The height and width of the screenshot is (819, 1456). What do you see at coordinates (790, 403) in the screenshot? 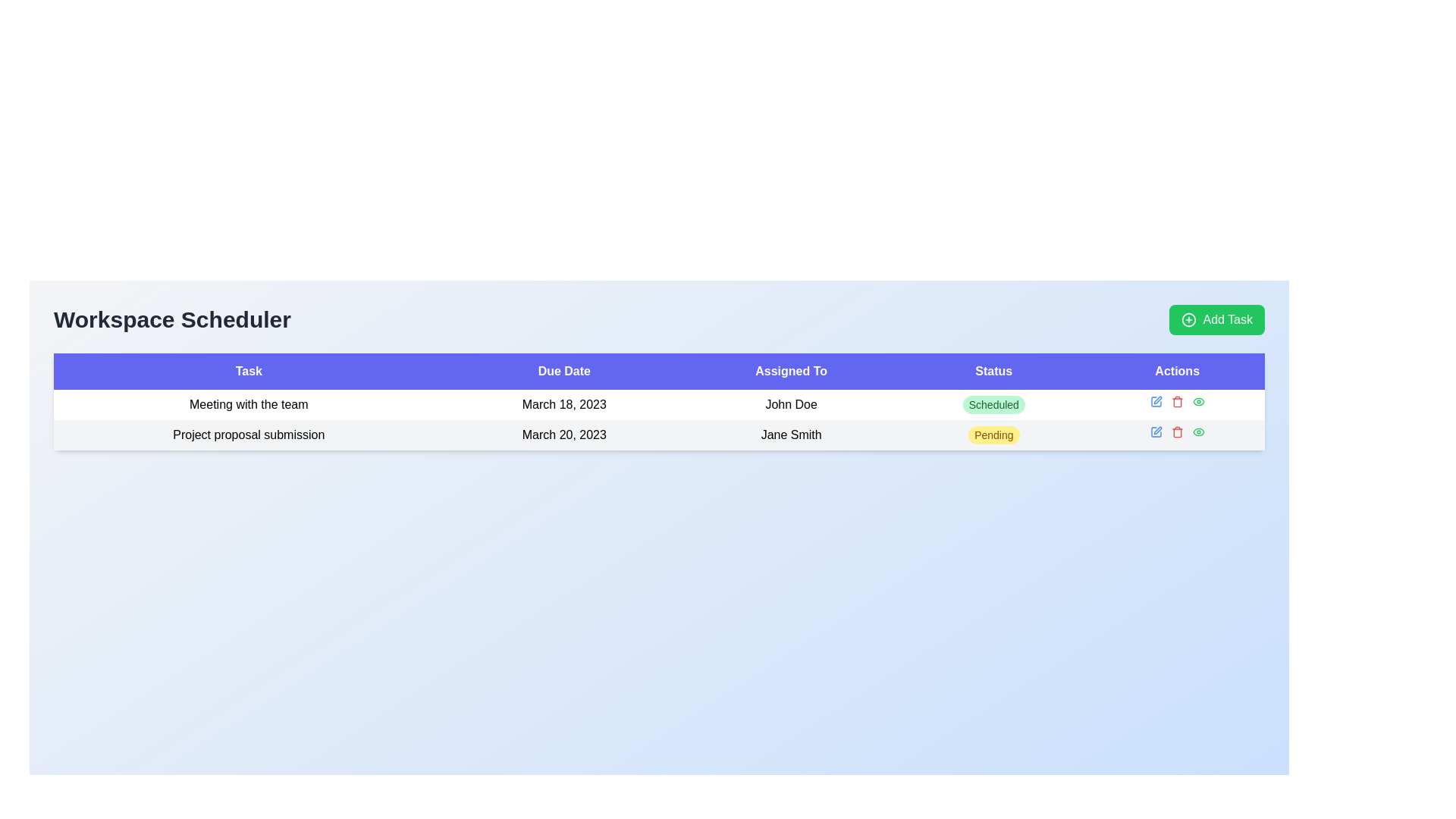
I see `the text label displaying the assignee's name for the task in the third column of the first row under 'Assigned To'` at bounding box center [790, 403].